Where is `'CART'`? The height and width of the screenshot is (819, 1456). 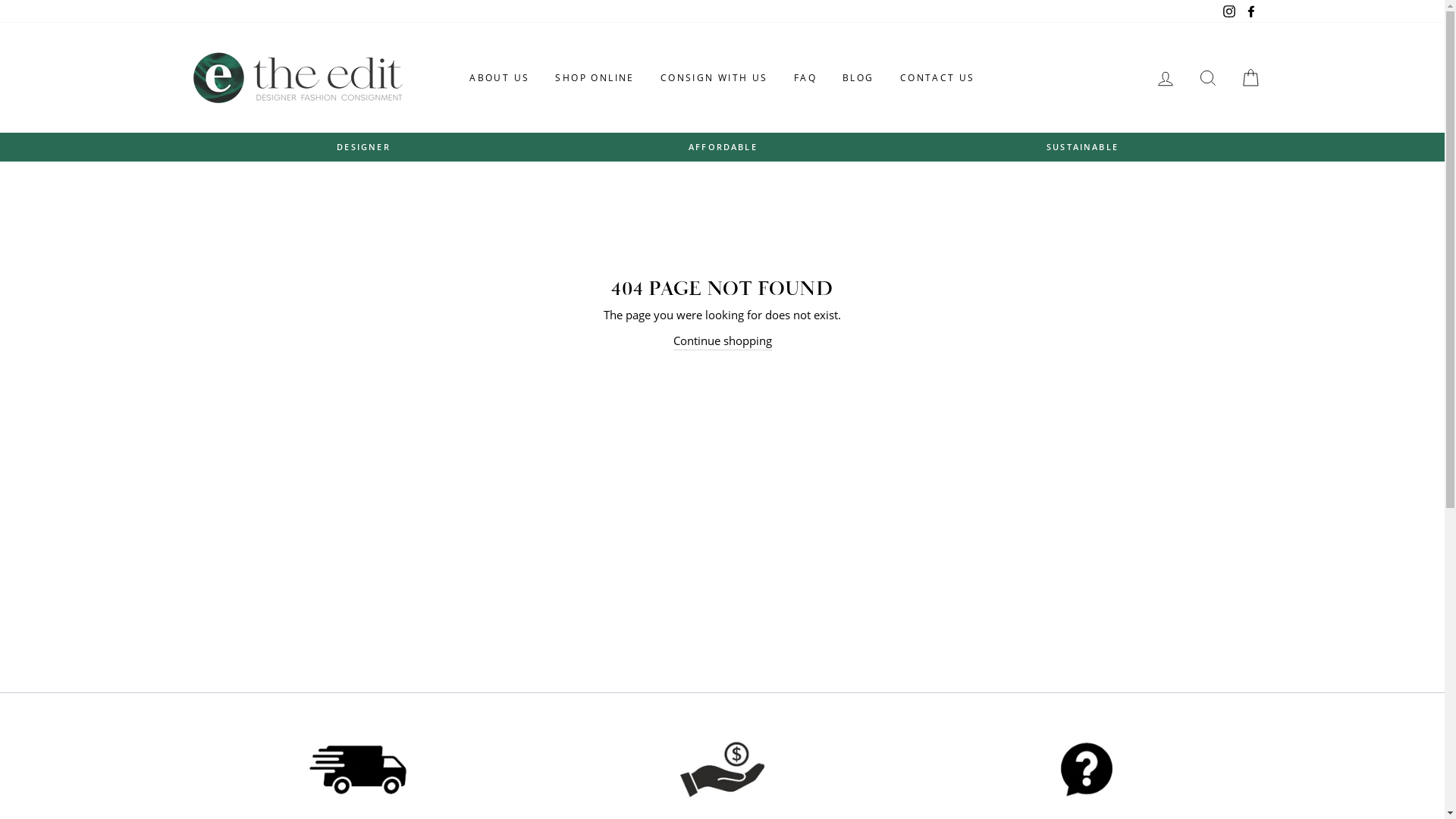 'CART' is located at coordinates (1249, 77).